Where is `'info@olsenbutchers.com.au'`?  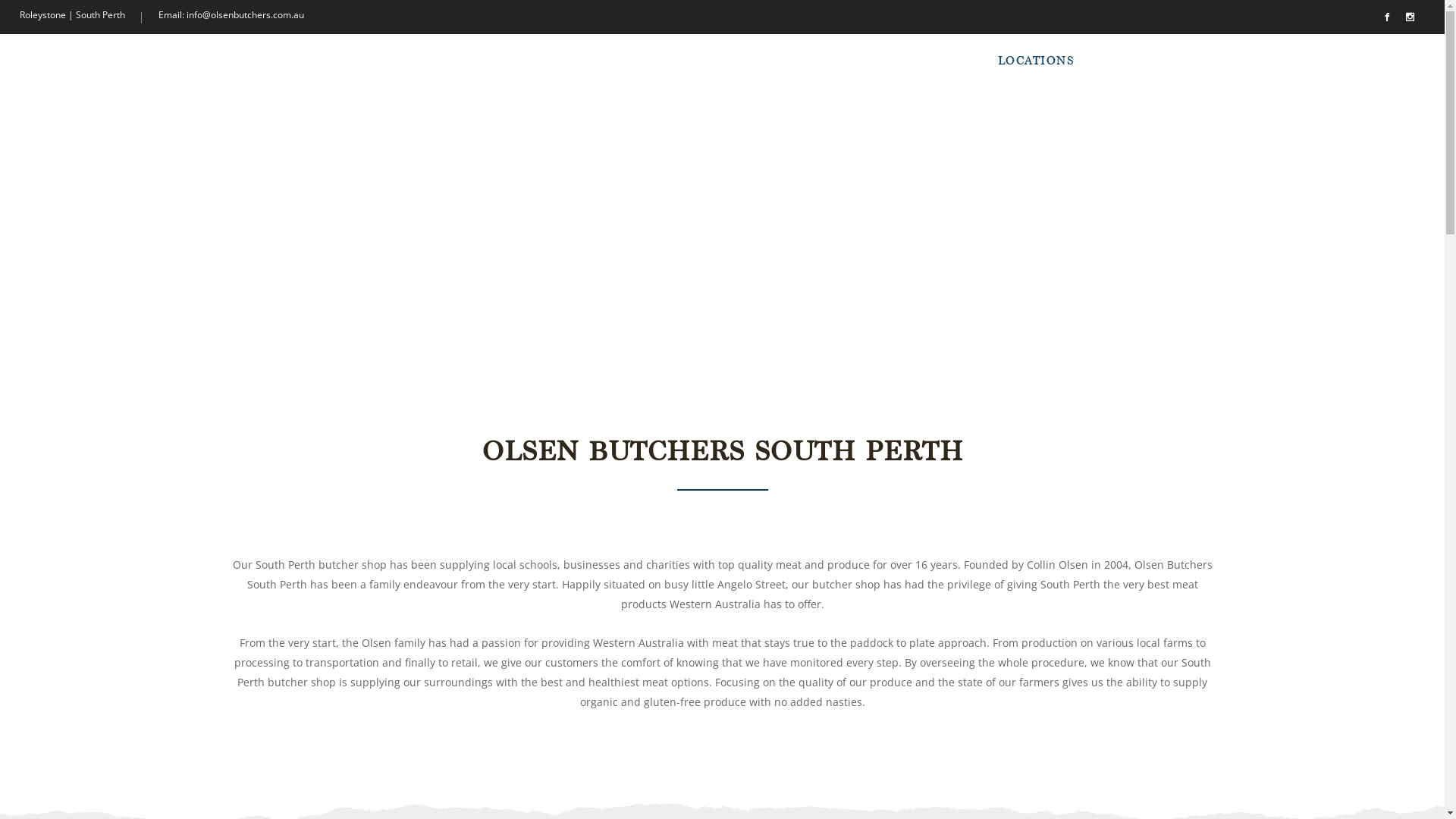 'info@olsenbutchers.com.au' is located at coordinates (245, 14).